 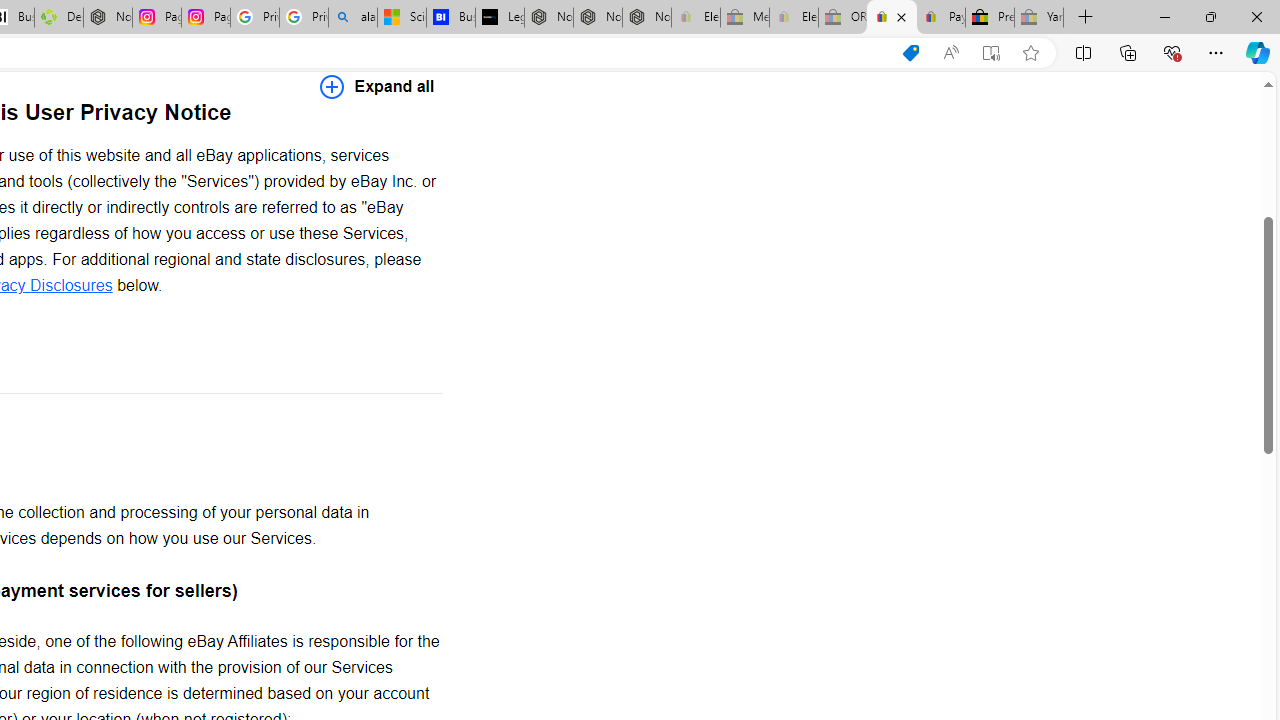 I want to click on 'User Privacy Notice | eBay', so click(x=891, y=17).